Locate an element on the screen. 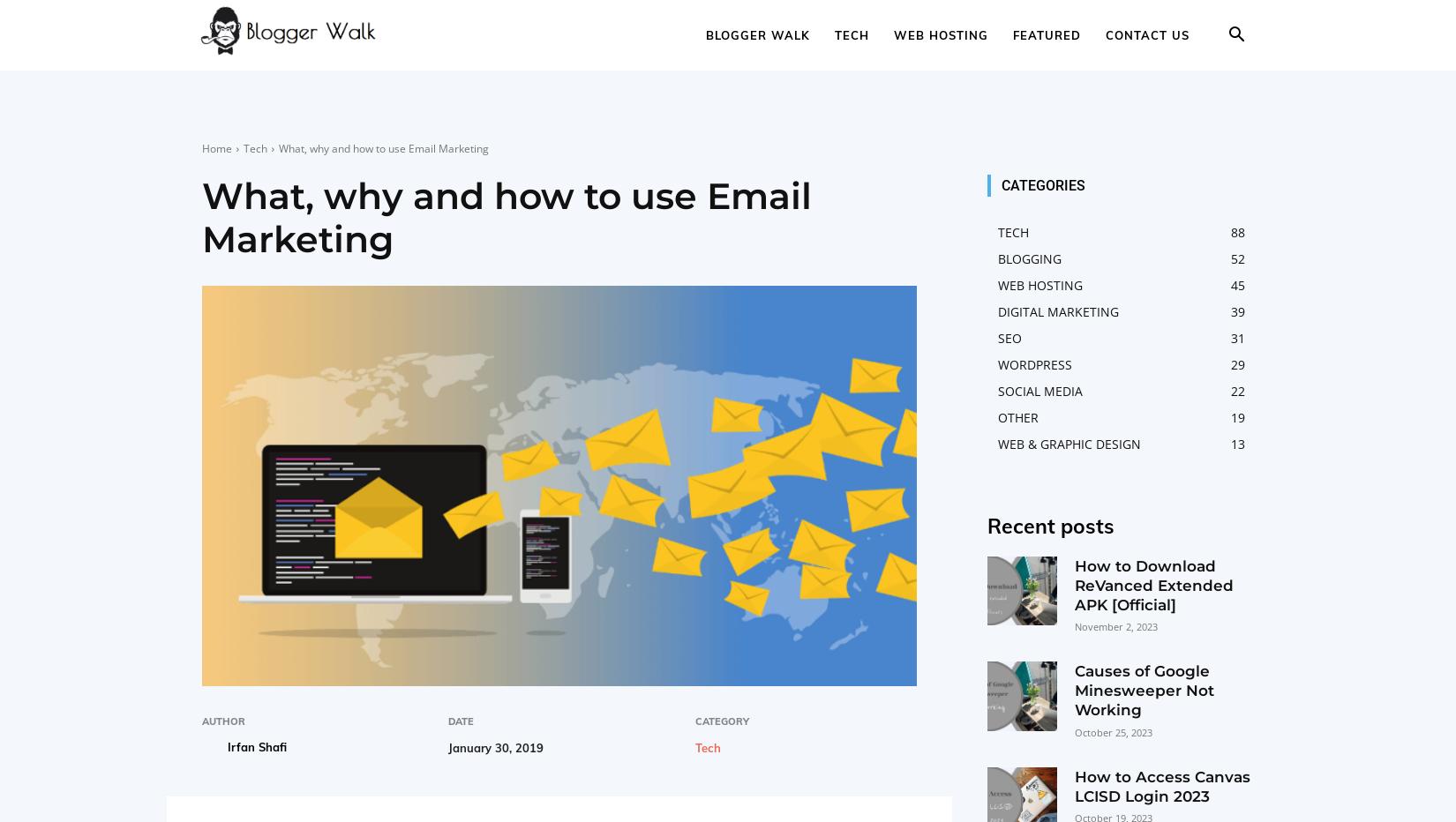  'Other' is located at coordinates (1018, 416).